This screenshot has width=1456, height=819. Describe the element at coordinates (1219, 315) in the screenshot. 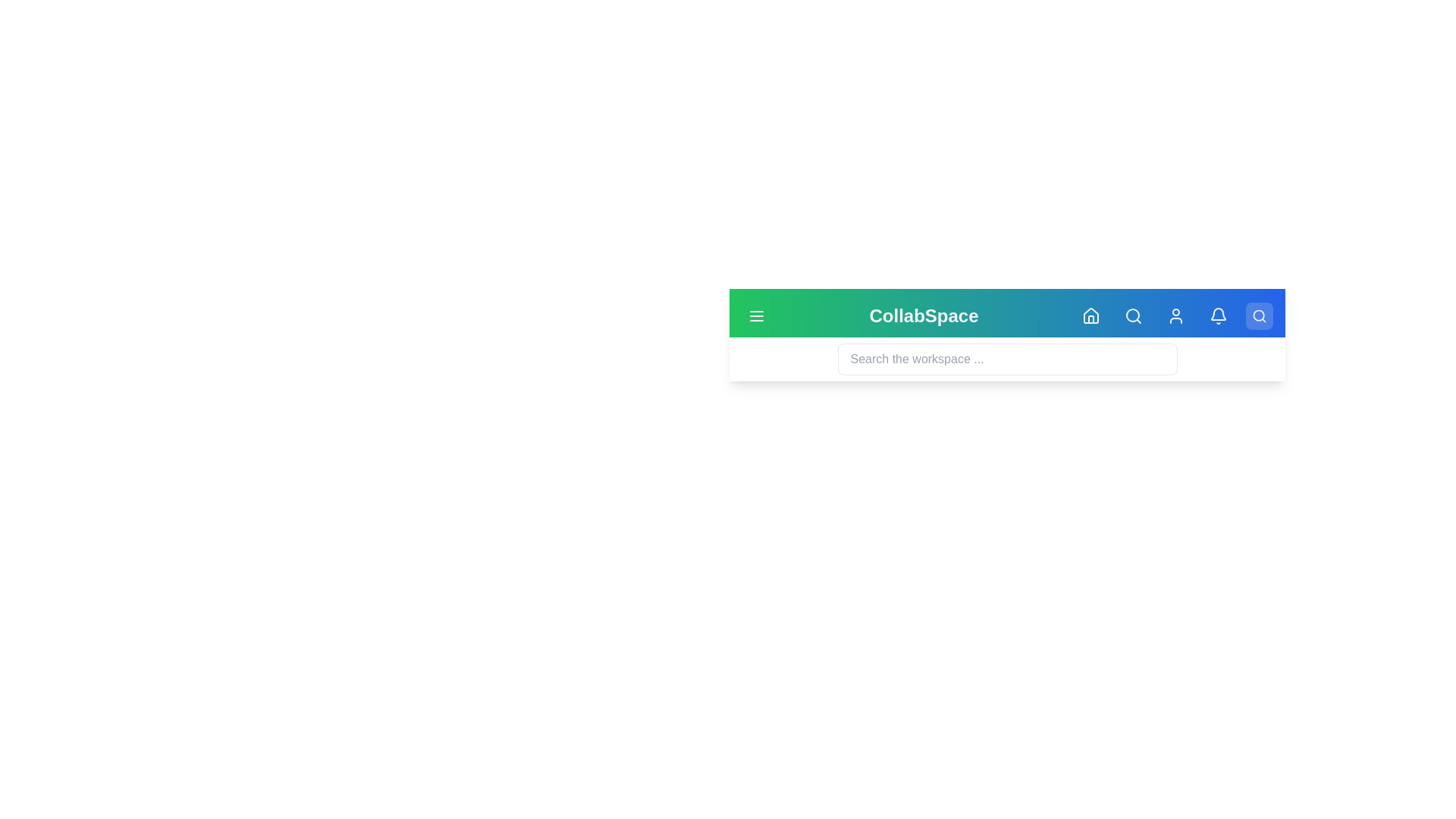

I see `the notifications icon to view notifications` at that location.